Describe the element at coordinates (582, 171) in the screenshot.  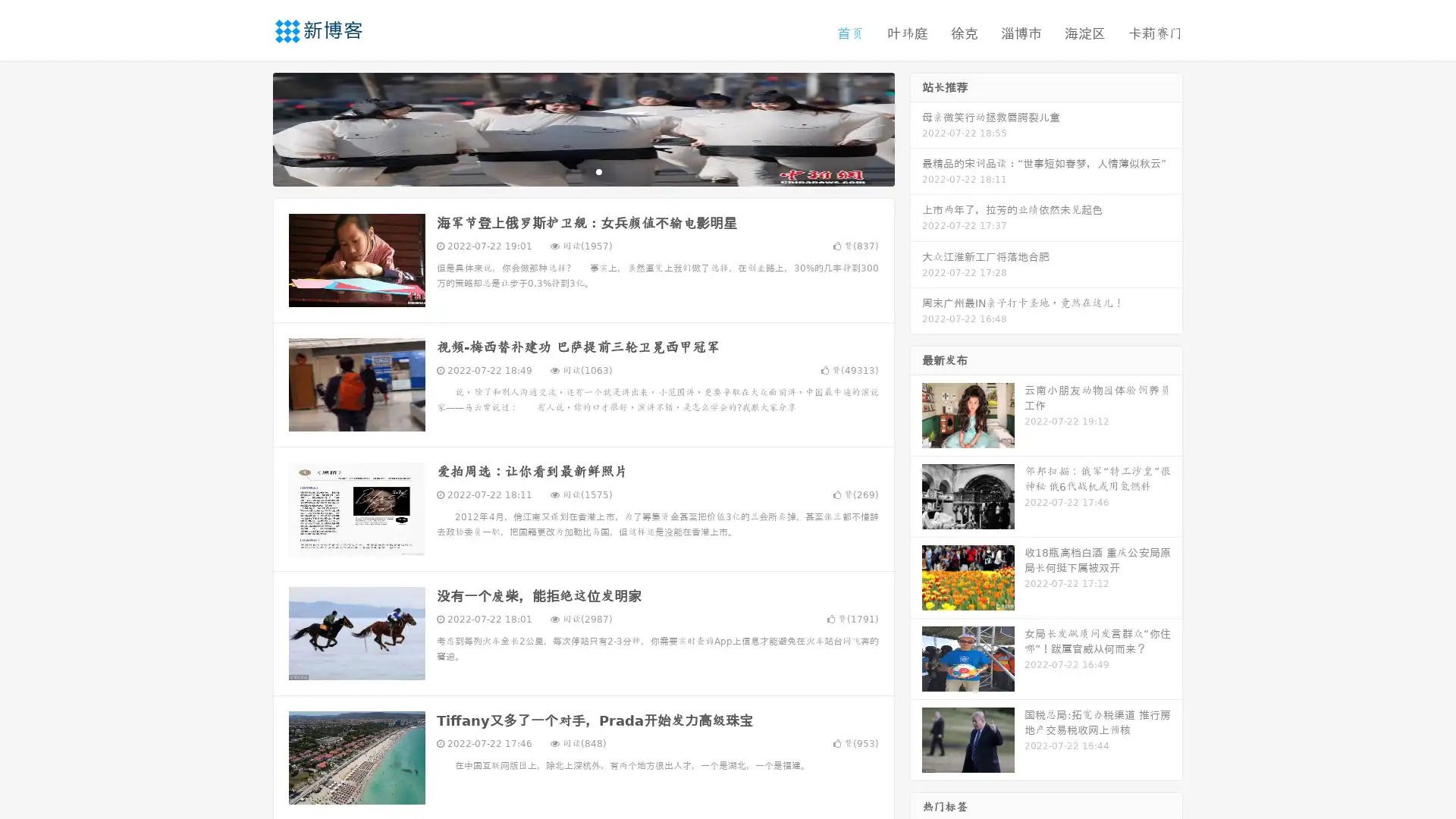
I see `Go to slide 2` at that location.